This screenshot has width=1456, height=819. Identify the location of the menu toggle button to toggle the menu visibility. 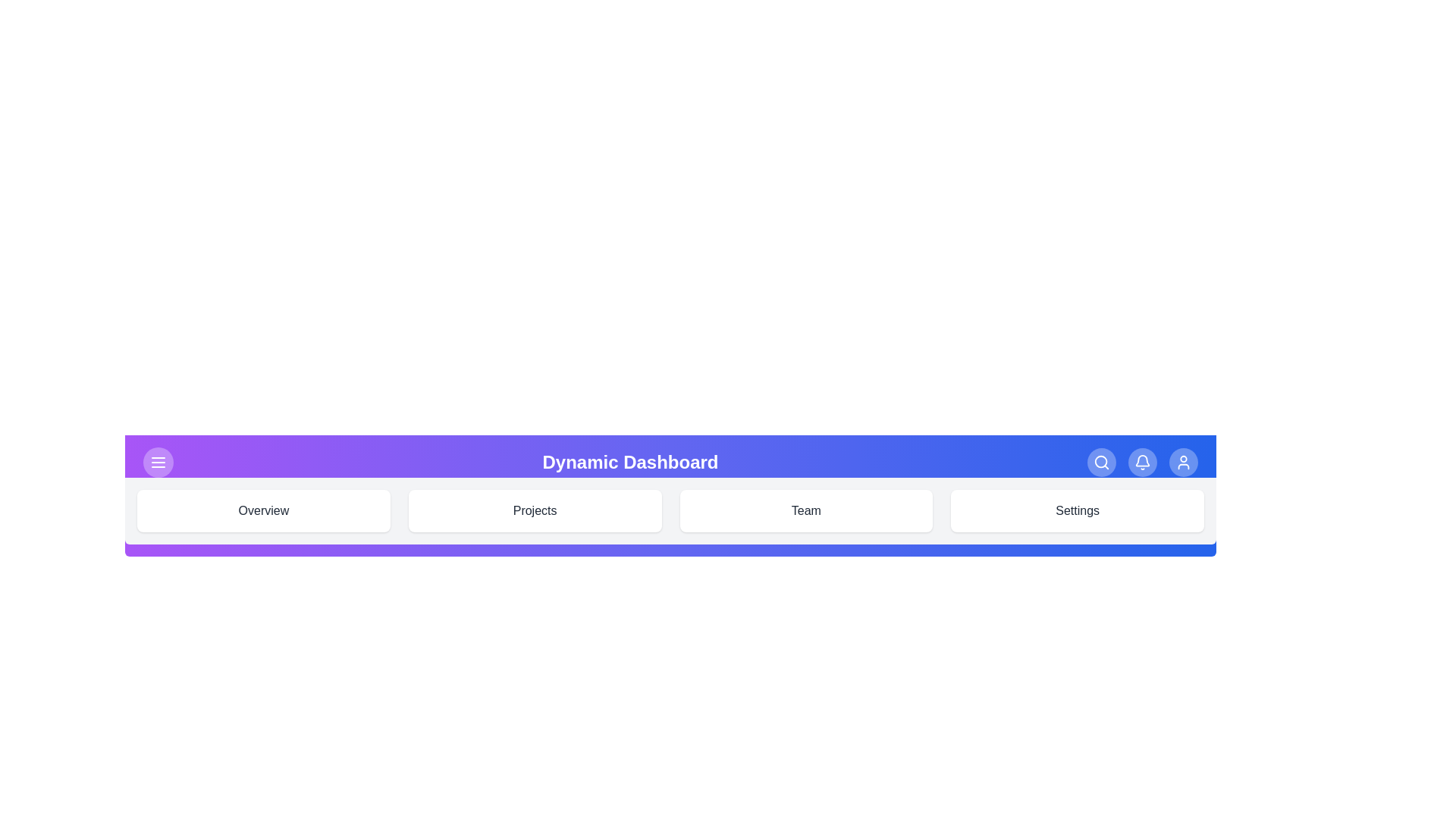
(158, 461).